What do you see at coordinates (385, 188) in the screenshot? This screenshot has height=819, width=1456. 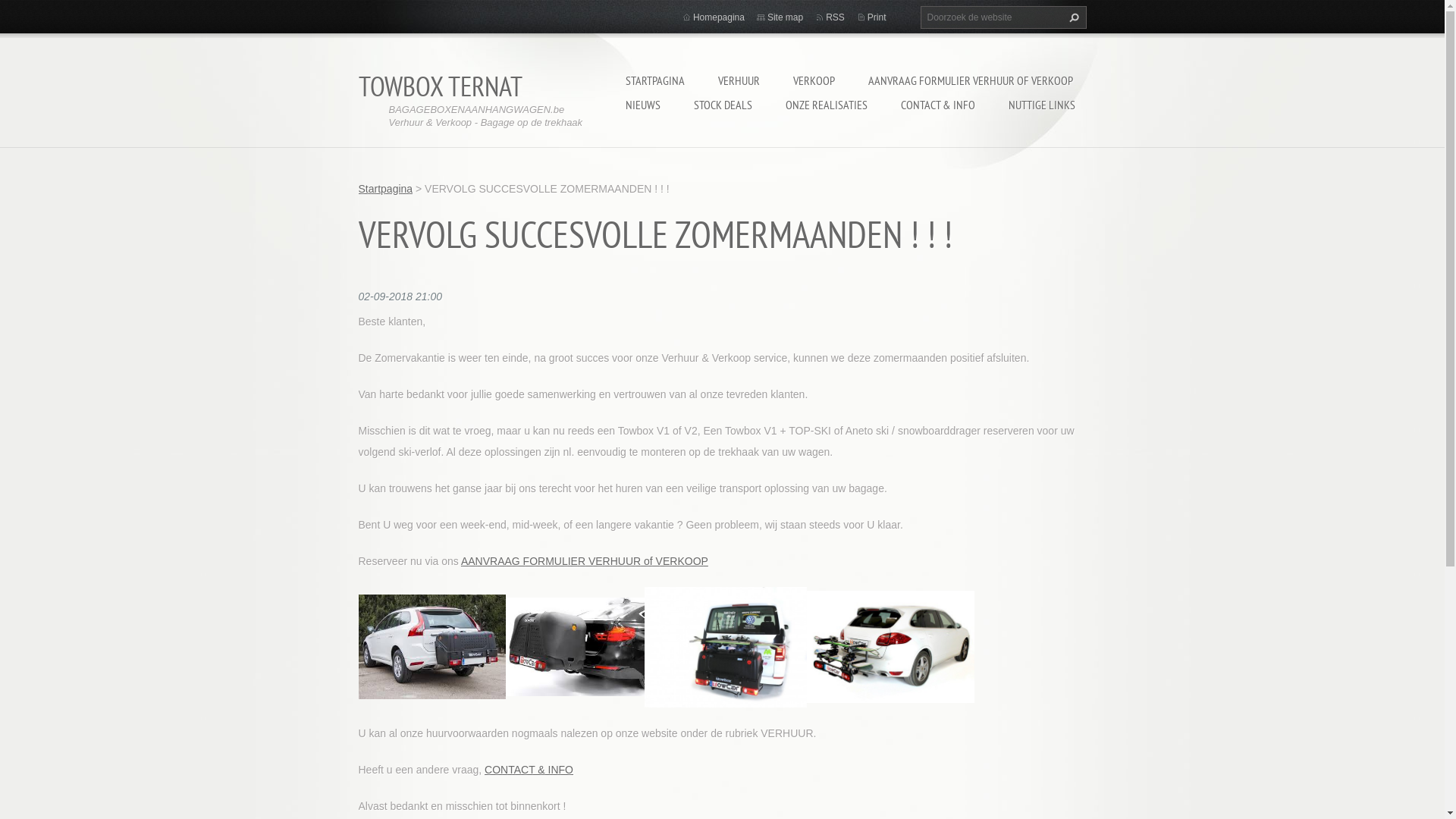 I see `'Startpagina'` at bounding box center [385, 188].